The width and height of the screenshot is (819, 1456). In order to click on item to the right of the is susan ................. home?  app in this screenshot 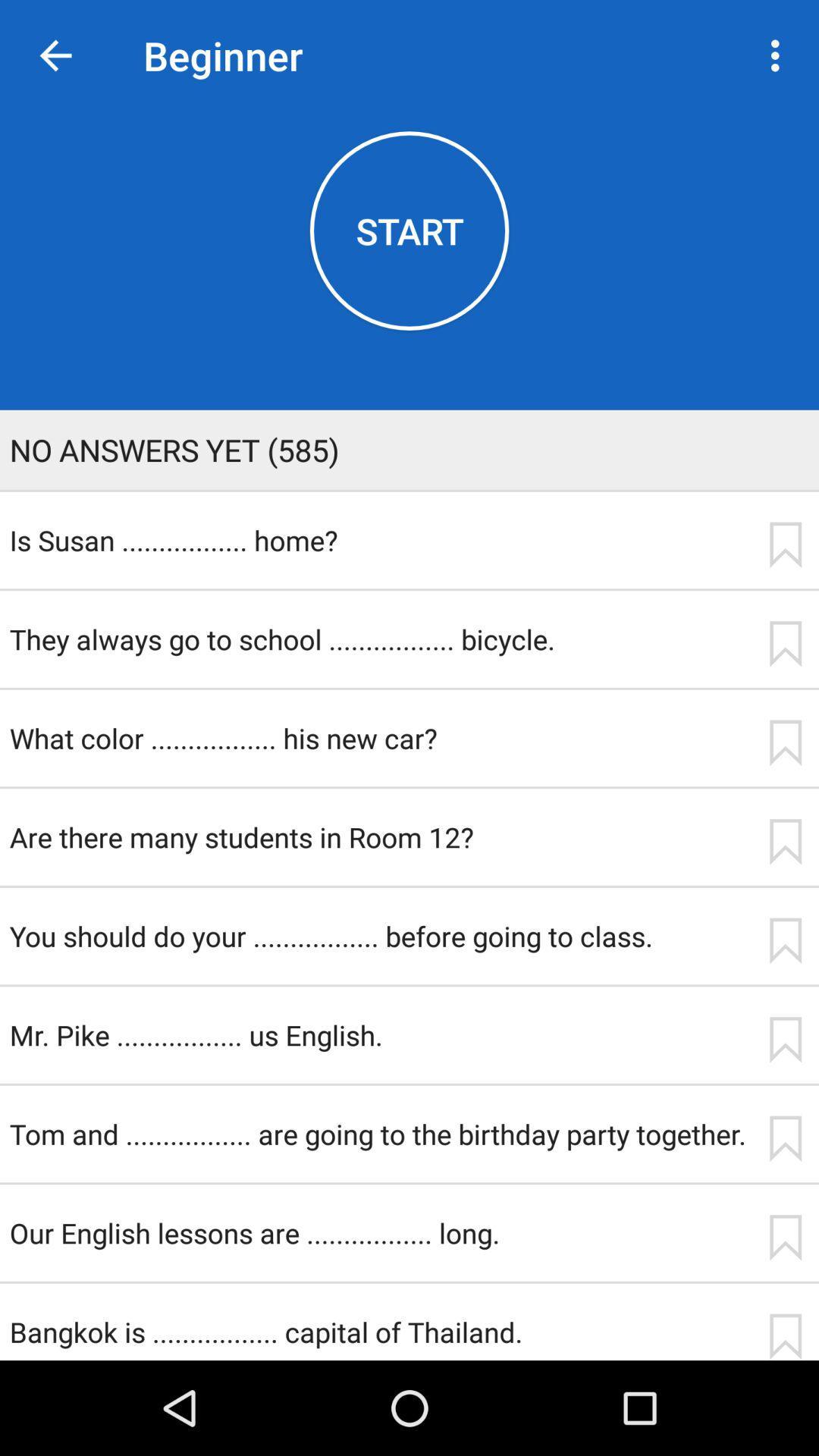, I will do `click(785, 544)`.